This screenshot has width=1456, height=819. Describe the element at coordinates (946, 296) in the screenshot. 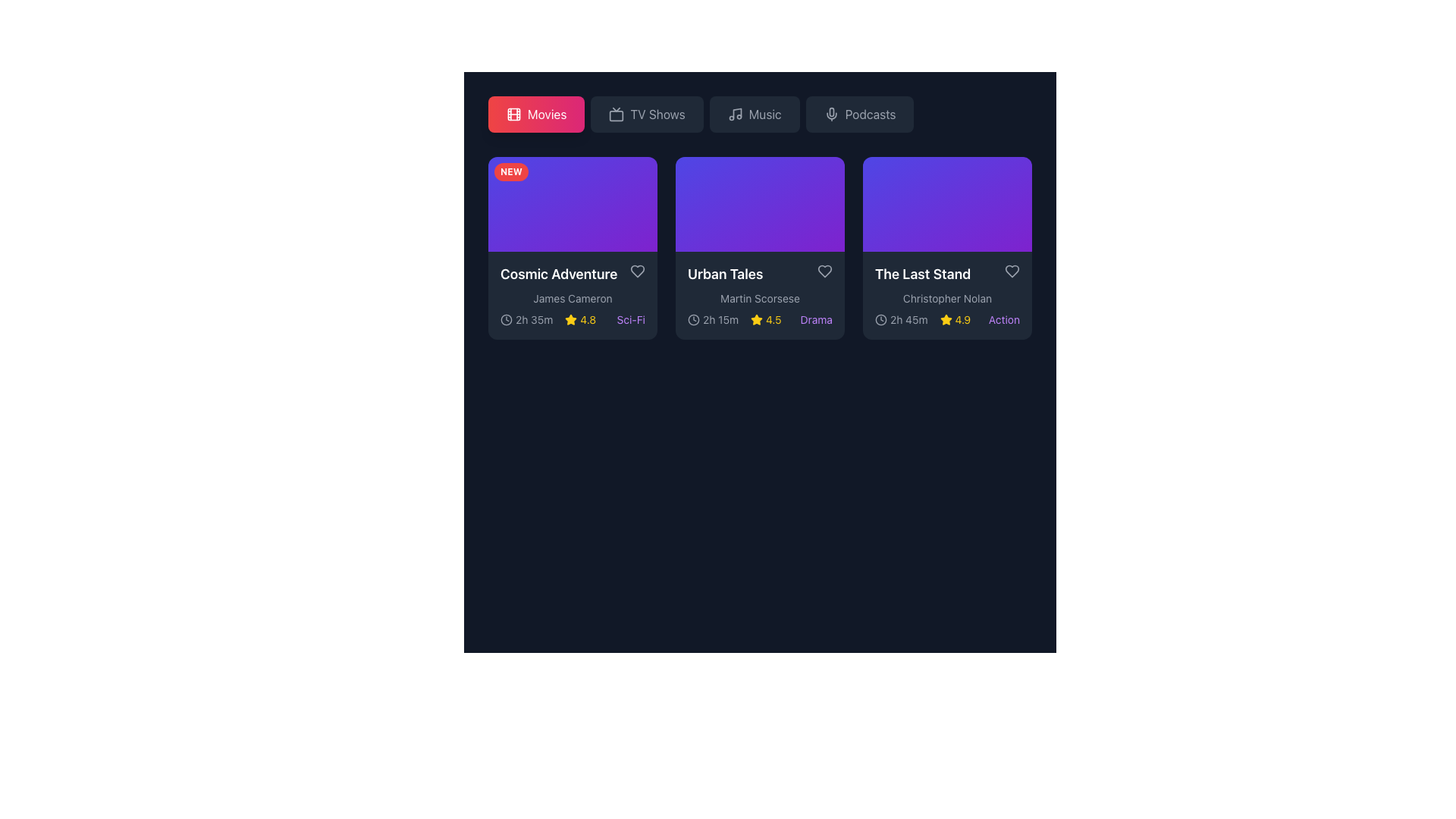

I see `the movie card that represents a film, located as the third card in a horizontal list` at that location.